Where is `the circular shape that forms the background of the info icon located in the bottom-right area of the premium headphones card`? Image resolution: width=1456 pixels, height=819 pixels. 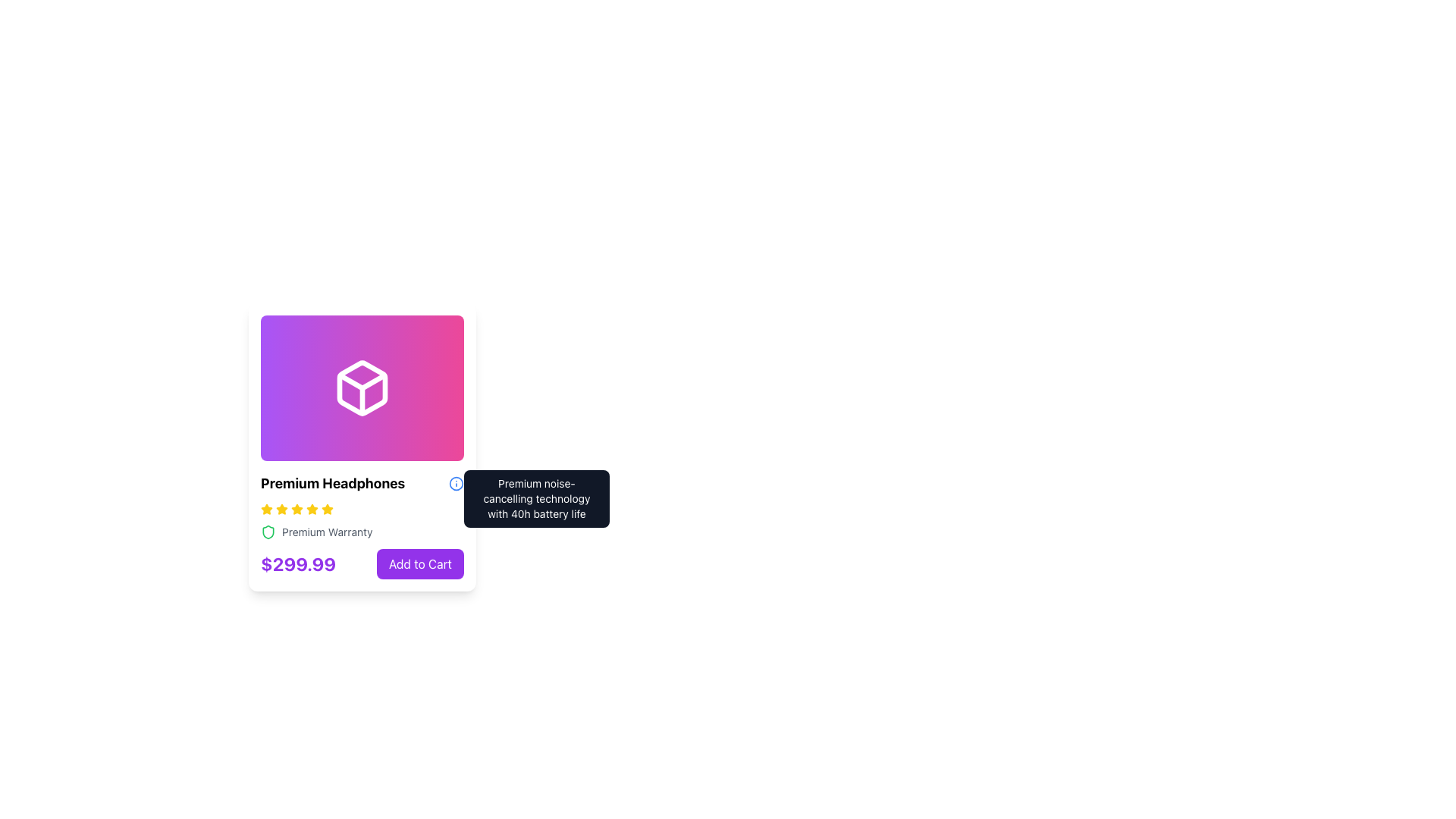
the circular shape that forms the background of the info icon located in the bottom-right area of the premium headphones card is located at coordinates (455, 483).